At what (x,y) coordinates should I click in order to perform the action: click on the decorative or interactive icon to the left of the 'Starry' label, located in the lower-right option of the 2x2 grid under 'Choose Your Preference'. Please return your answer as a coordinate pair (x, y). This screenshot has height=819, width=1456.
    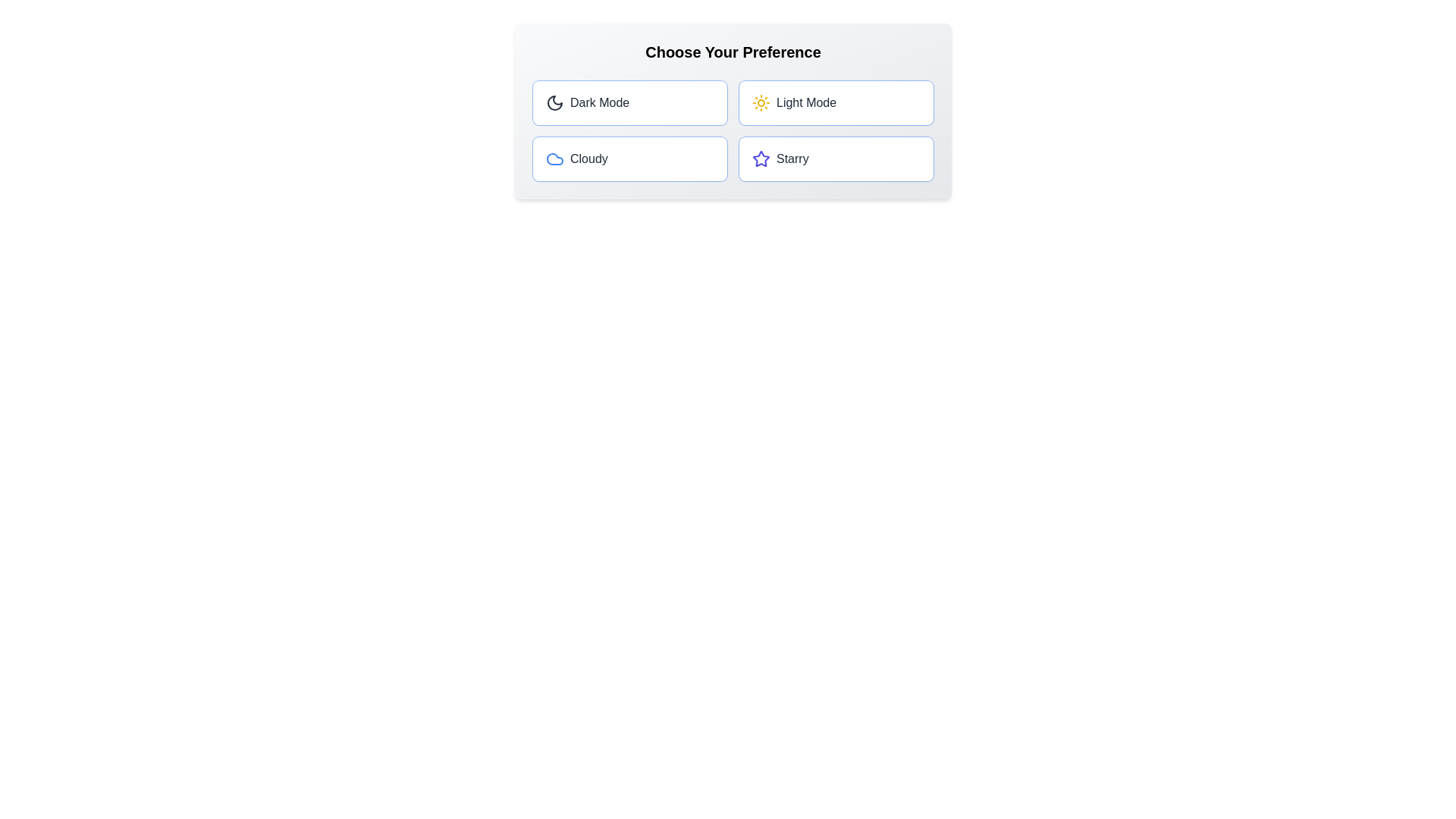
    Looking at the image, I should click on (761, 158).